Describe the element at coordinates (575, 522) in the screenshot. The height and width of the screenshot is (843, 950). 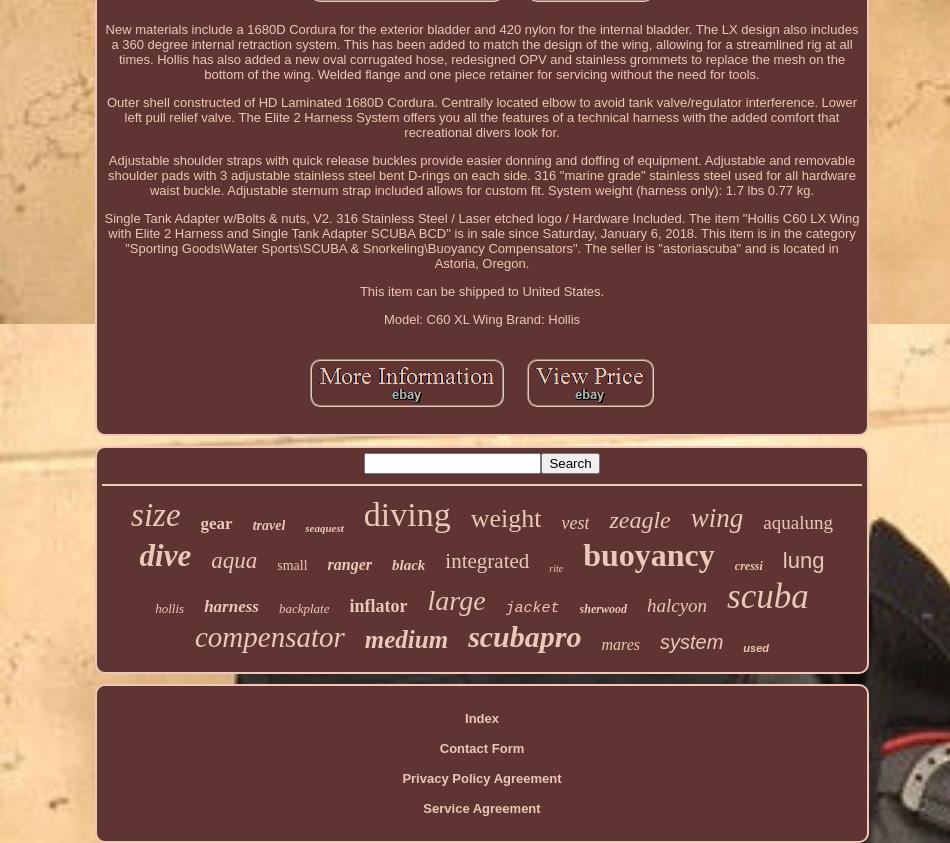
I see `'vest'` at that location.